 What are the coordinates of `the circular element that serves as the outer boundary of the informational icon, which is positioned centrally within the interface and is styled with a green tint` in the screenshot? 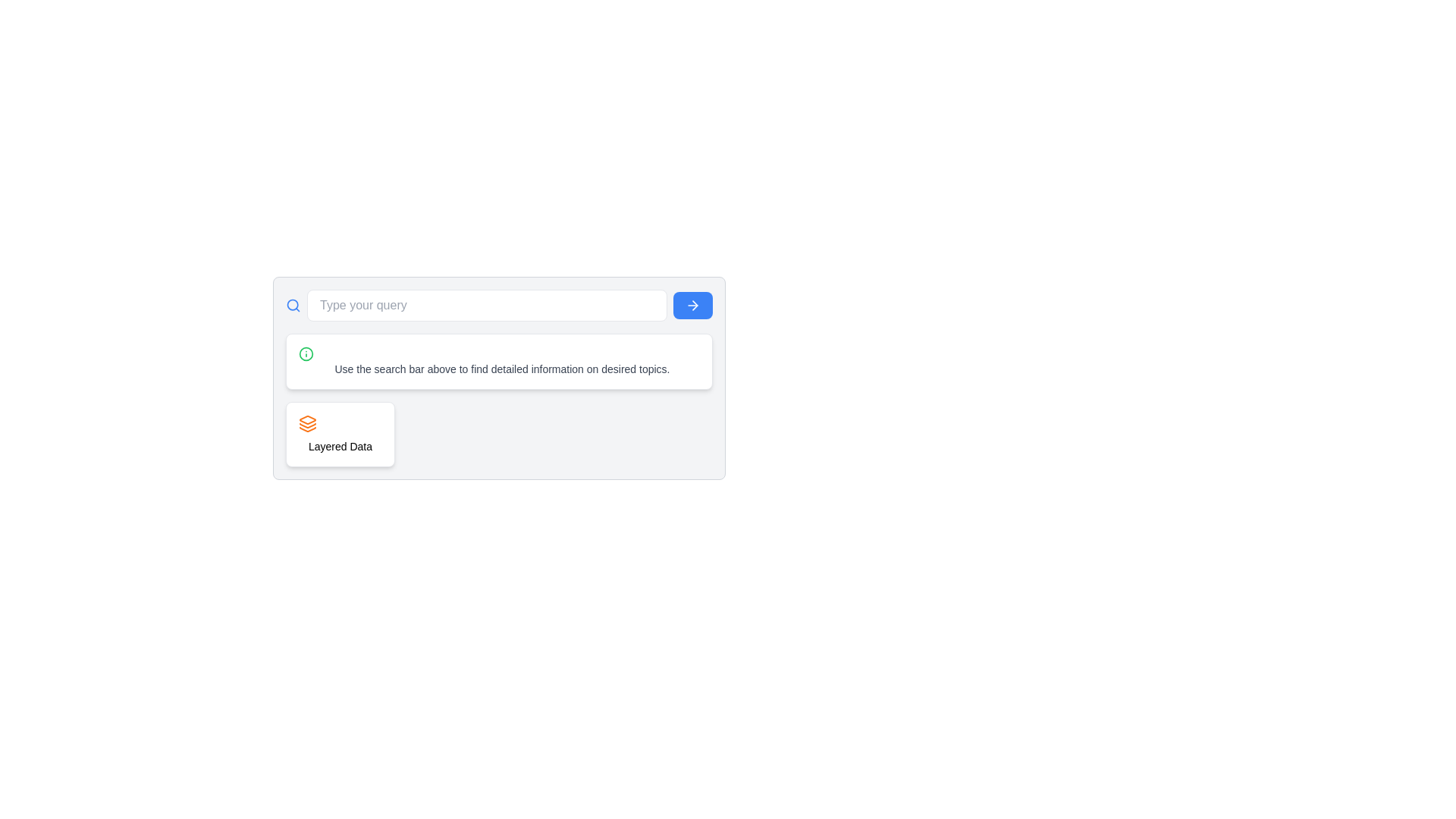 It's located at (305, 353).